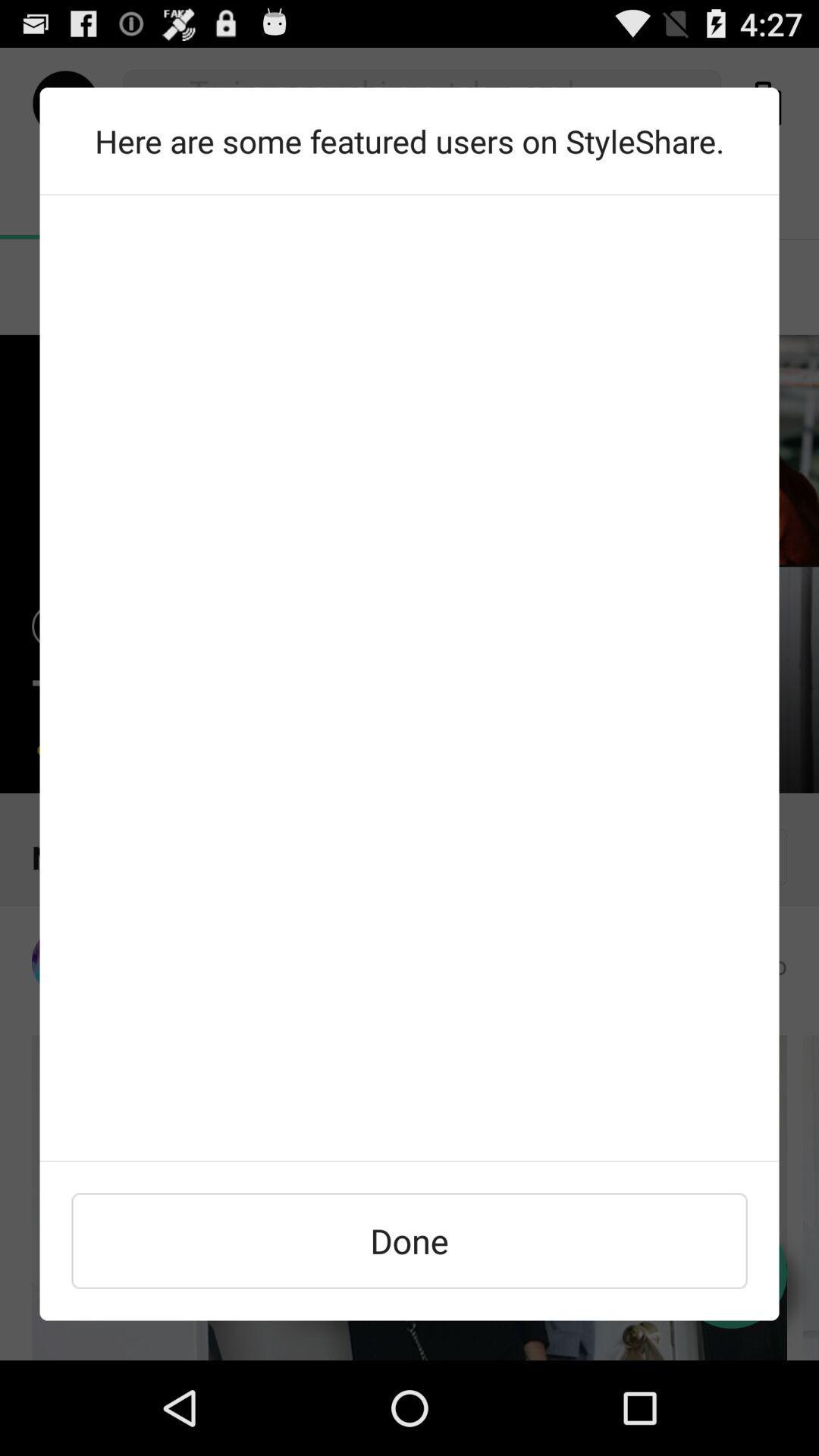 This screenshot has width=819, height=1456. Describe the element at coordinates (409, 1241) in the screenshot. I see `done` at that location.